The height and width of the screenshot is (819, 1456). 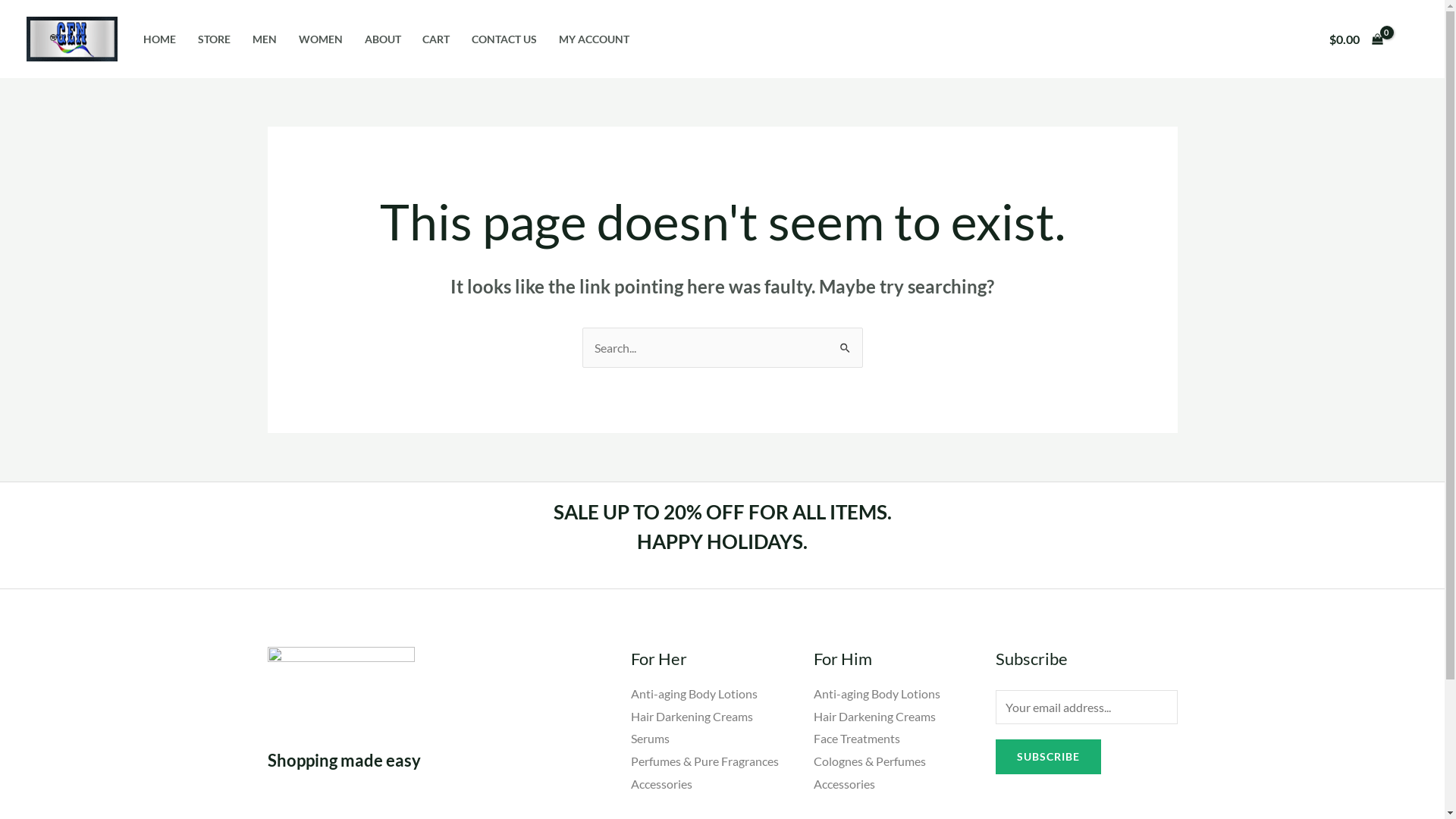 I want to click on 'ABOUT', so click(x=352, y=38).